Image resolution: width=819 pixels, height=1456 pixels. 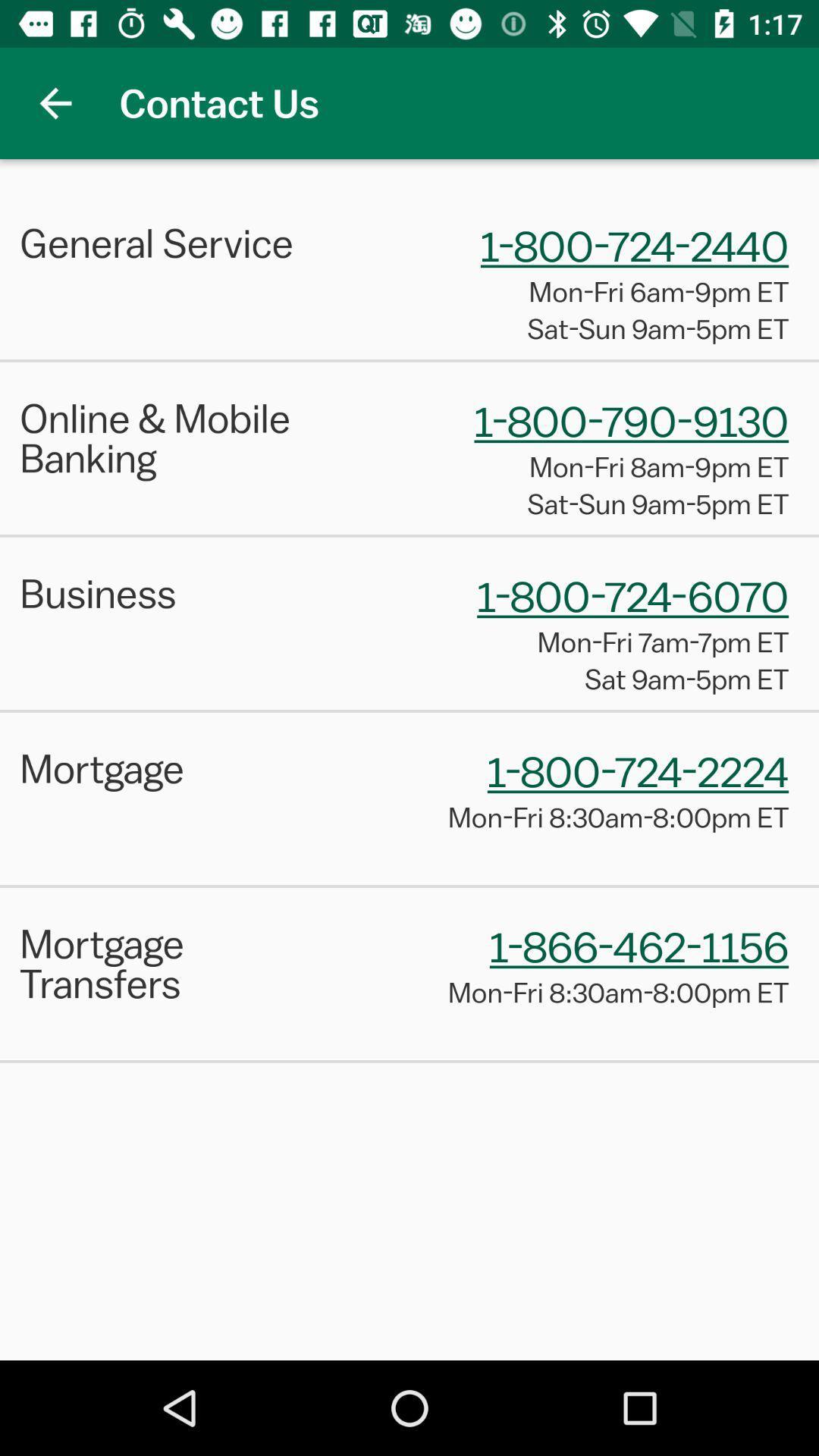 What do you see at coordinates (178, 962) in the screenshot?
I see `the icon next to the mon fri 8 item` at bounding box center [178, 962].